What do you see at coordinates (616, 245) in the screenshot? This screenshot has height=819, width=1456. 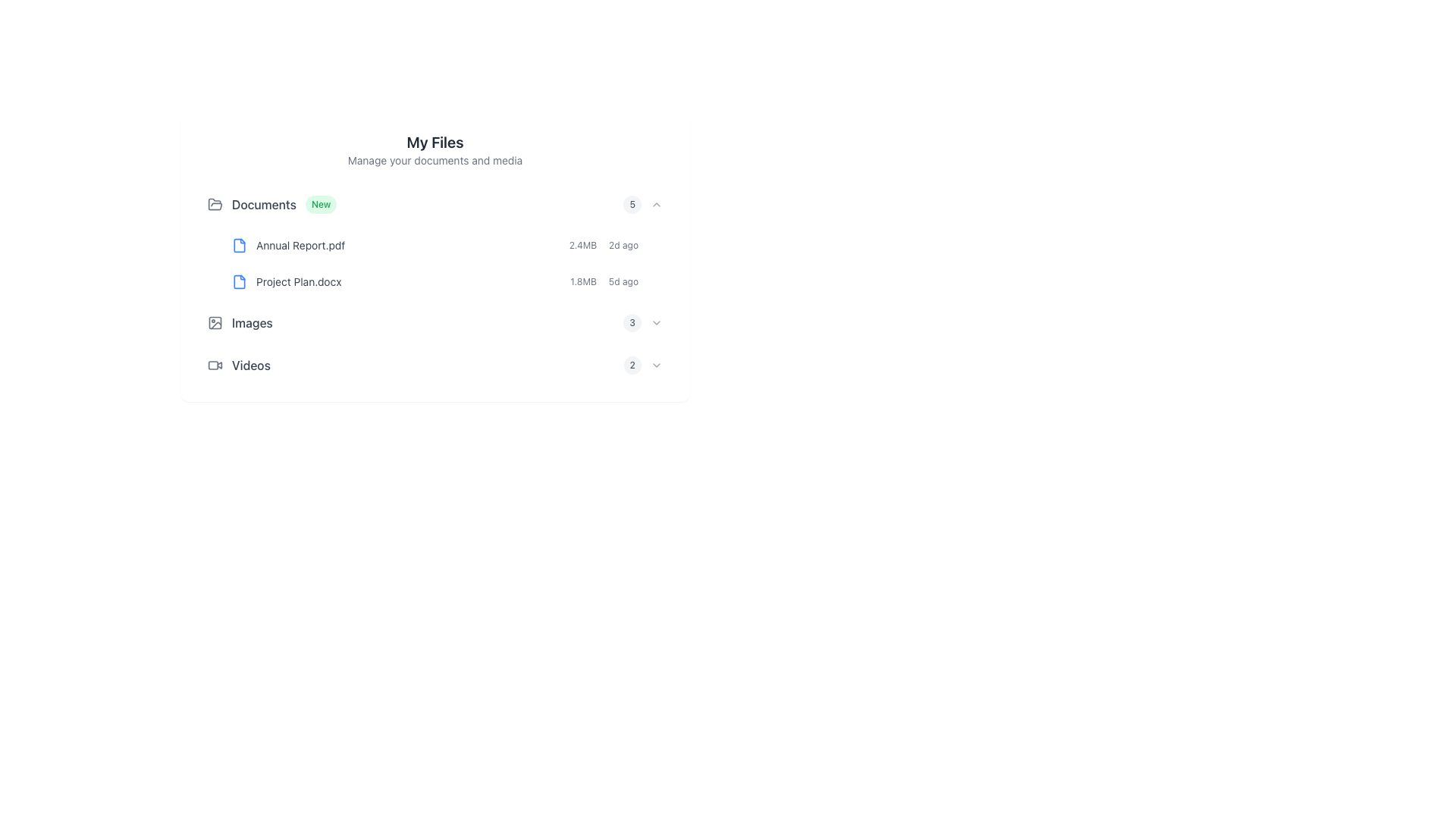 I see `the Text Label that indicates the file size and last modified time for 'Annual Report.pdf', located on the same row as the file entry and positioned to the right of the file title` at bounding box center [616, 245].